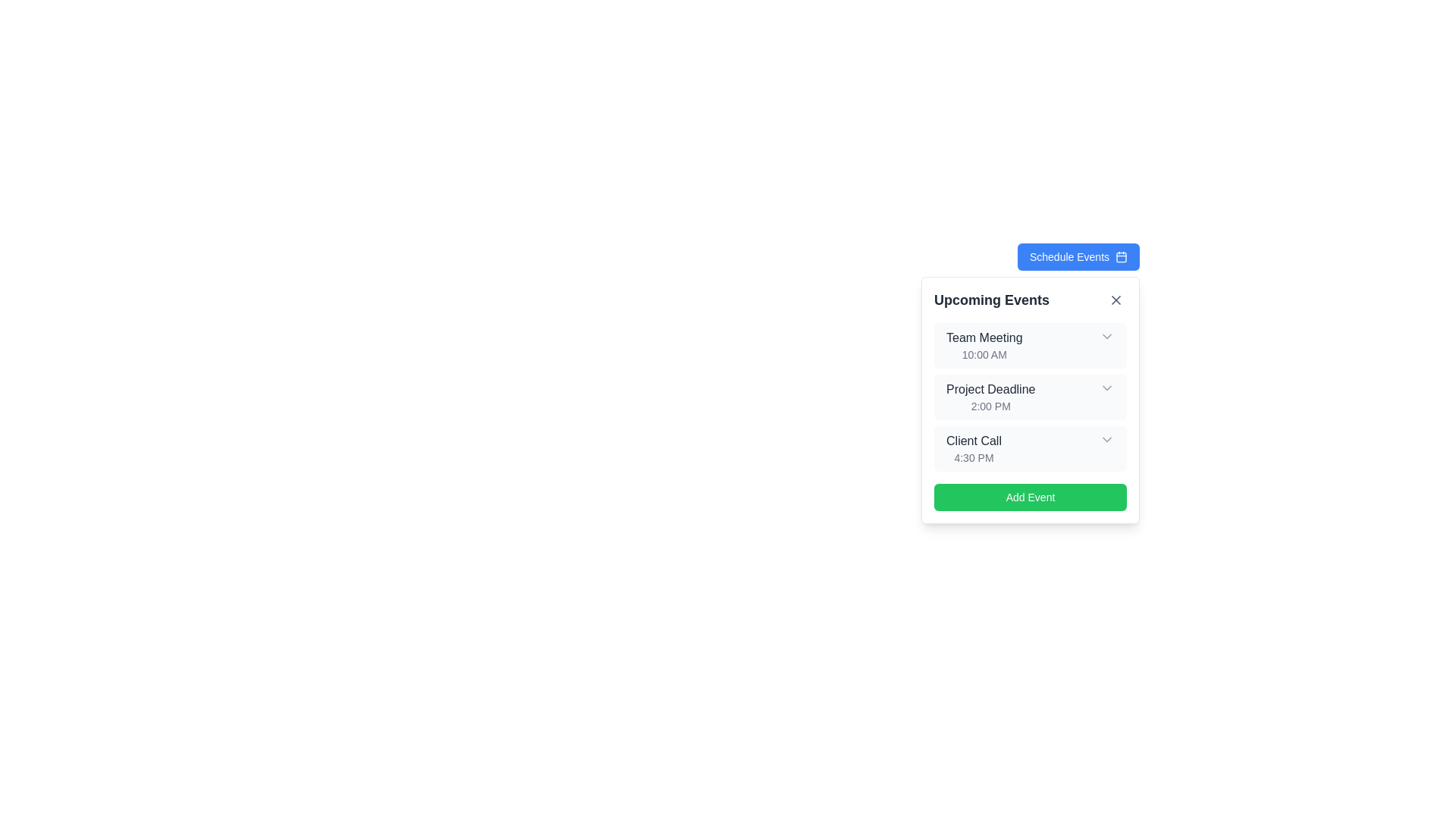 The height and width of the screenshot is (819, 1456). I want to click on the Dropdown trigger icon in the 'Client Call' section of the 'Upcoming Events' list, so click(1106, 439).